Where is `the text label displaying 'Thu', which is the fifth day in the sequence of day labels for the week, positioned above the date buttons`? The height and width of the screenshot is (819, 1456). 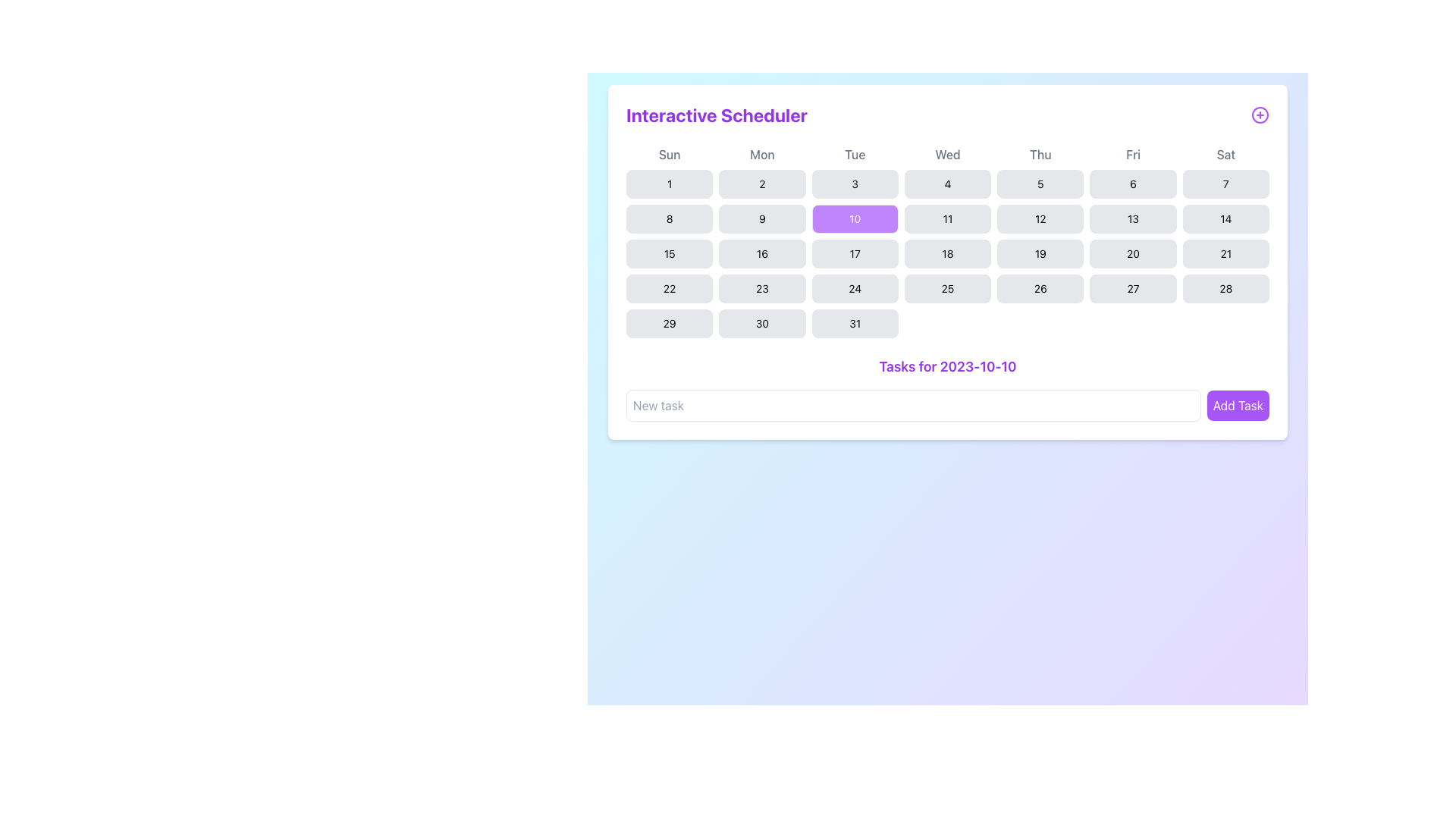 the text label displaying 'Thu', which is the fifth day in the sequence of day labels for the week, positioned above the date buttons is located at coordinates (1040, 155).